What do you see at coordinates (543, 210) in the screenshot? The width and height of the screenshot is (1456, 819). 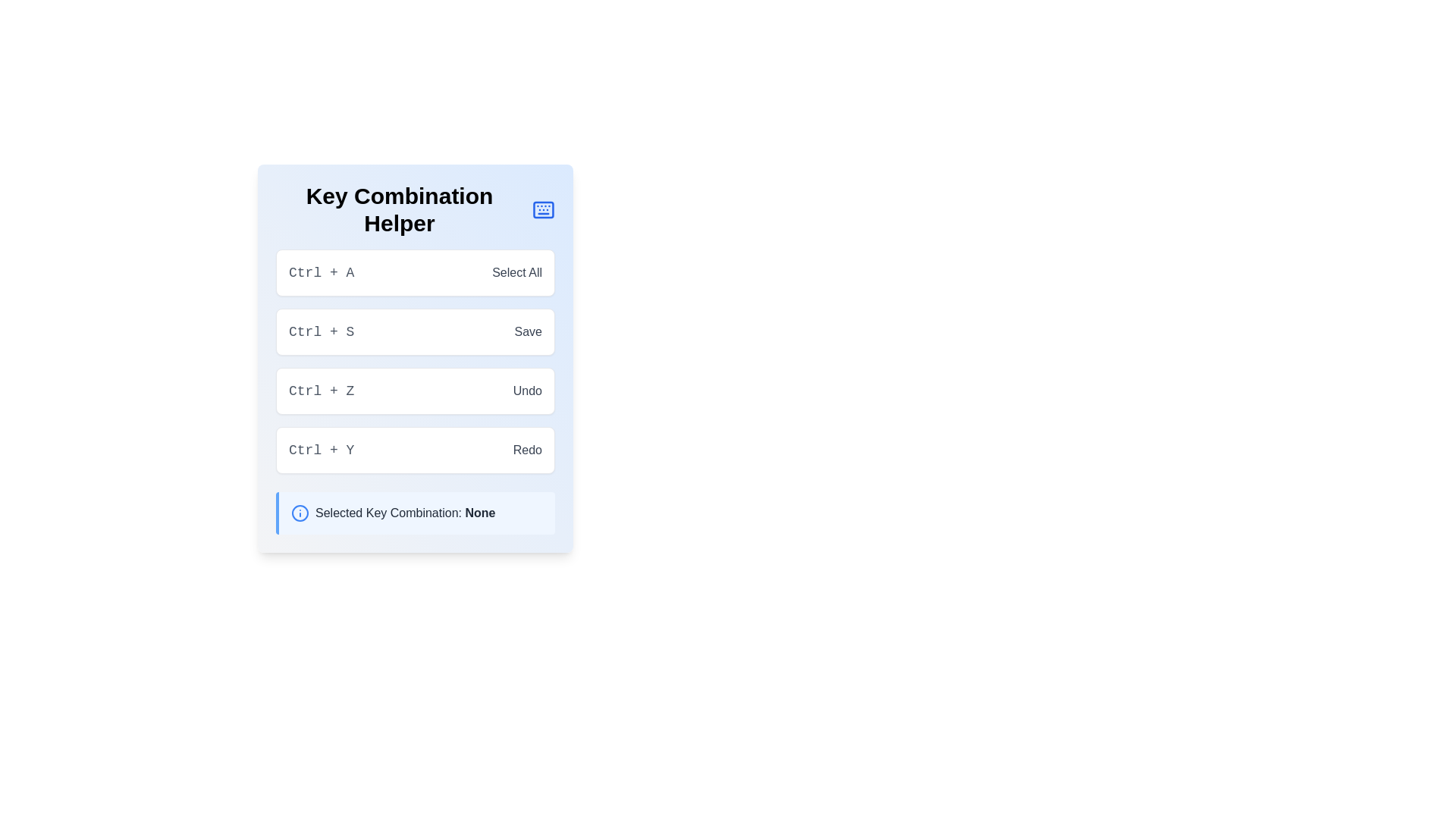 I see `the keyboard icon located in the top-right corner of the 'Key Combination Helper' interface` at bounding box center [543, 210].